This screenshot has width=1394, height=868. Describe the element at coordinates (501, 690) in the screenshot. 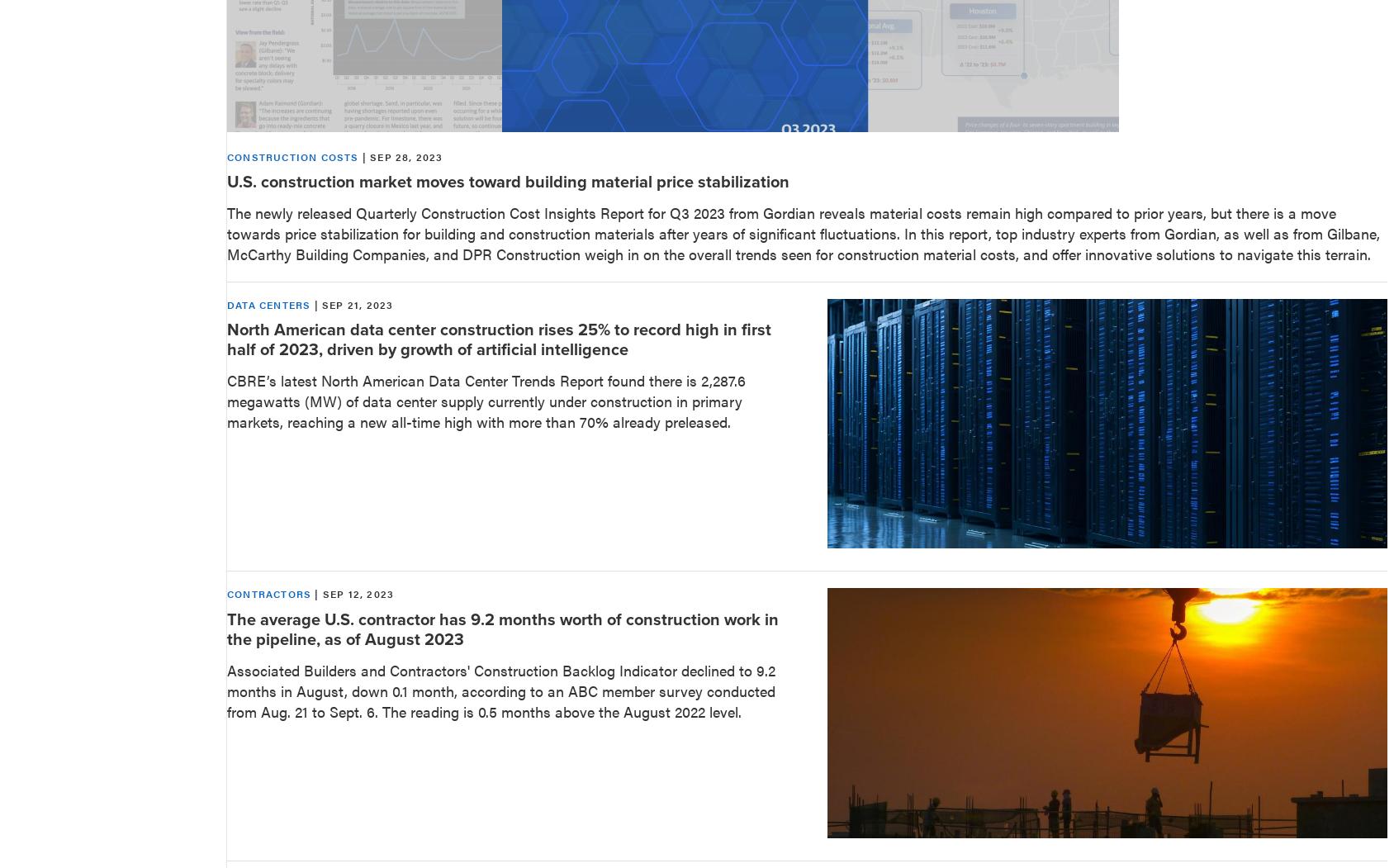

I see `'Associated Builders and Contractors' Construction Backlog Indicator declined to 9.2 months in August, down 0.1 month, according to an ABC member survey conducted from Aug. 21 to Sept. 6. The reading is 0.5 months above the August 2022 level.'` at that location.